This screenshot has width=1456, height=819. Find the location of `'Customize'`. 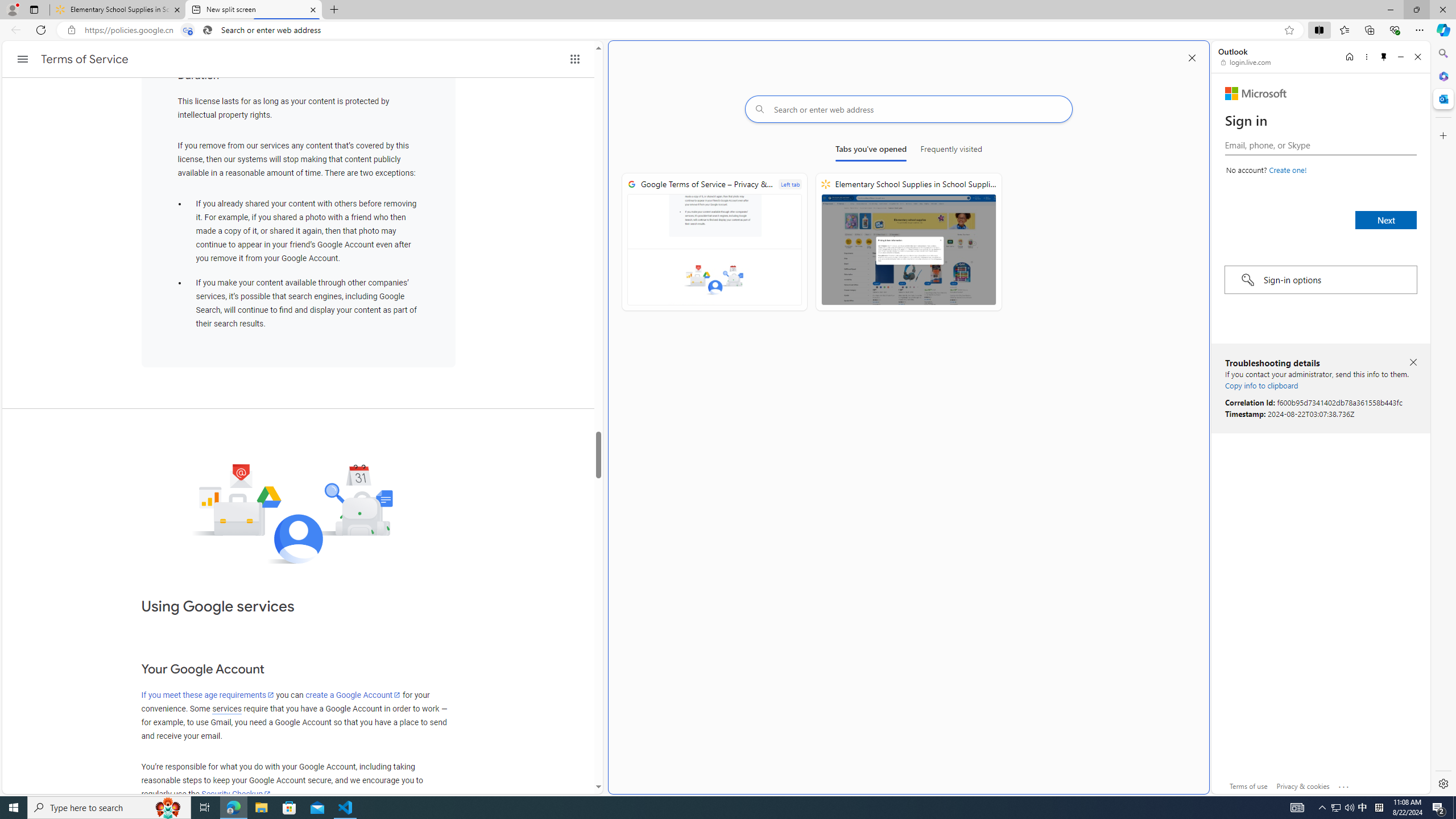

'Customize' is located at coordinates (1442, 135).